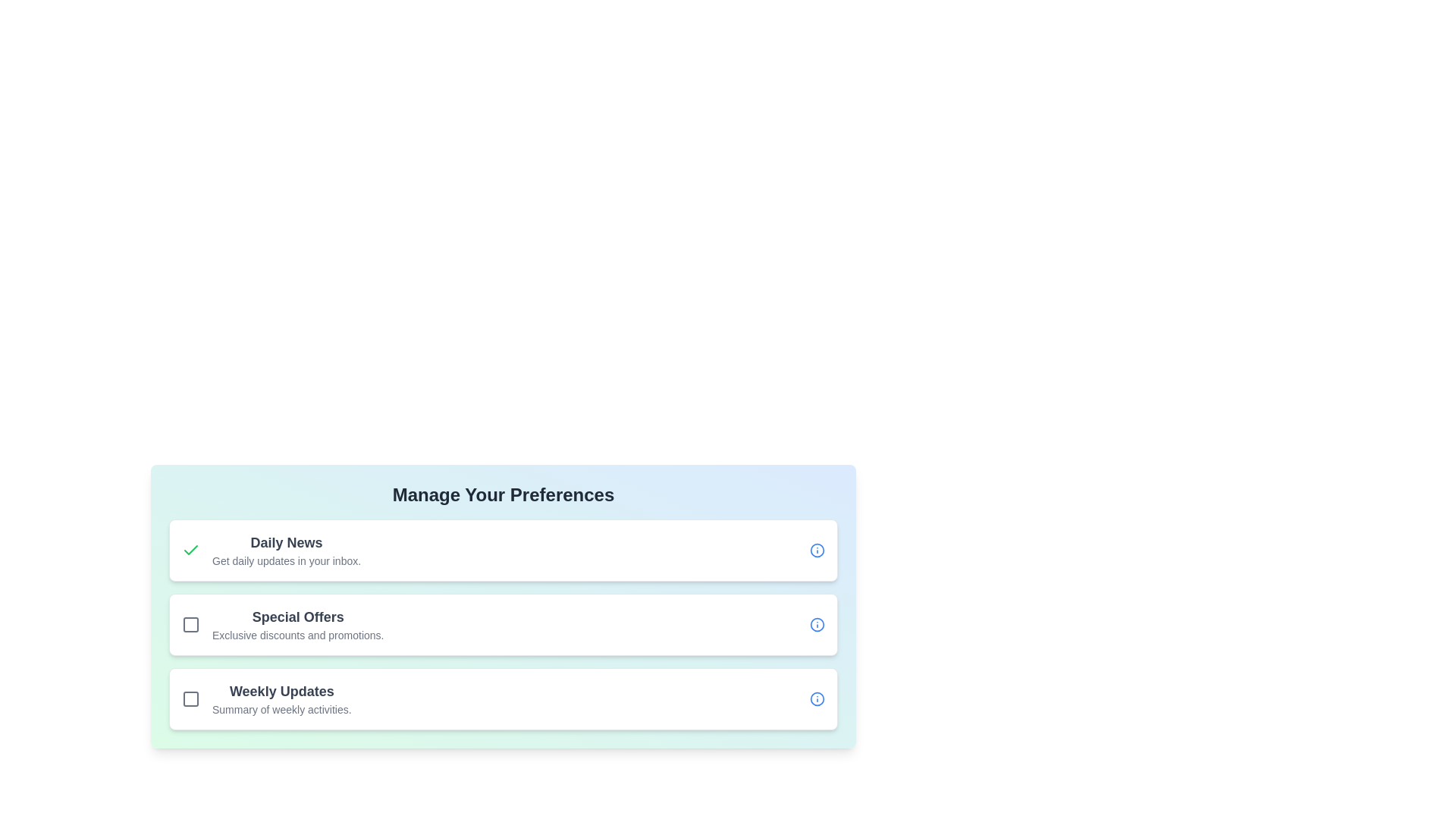  Describe the element at coordinates (817, 625) in the screenshot. I see `the SVG Circle element, which is a circular shape with a blue outline and white interior, located at the right end of the 'Special Offers' row in the preference selection list UI` at that location.